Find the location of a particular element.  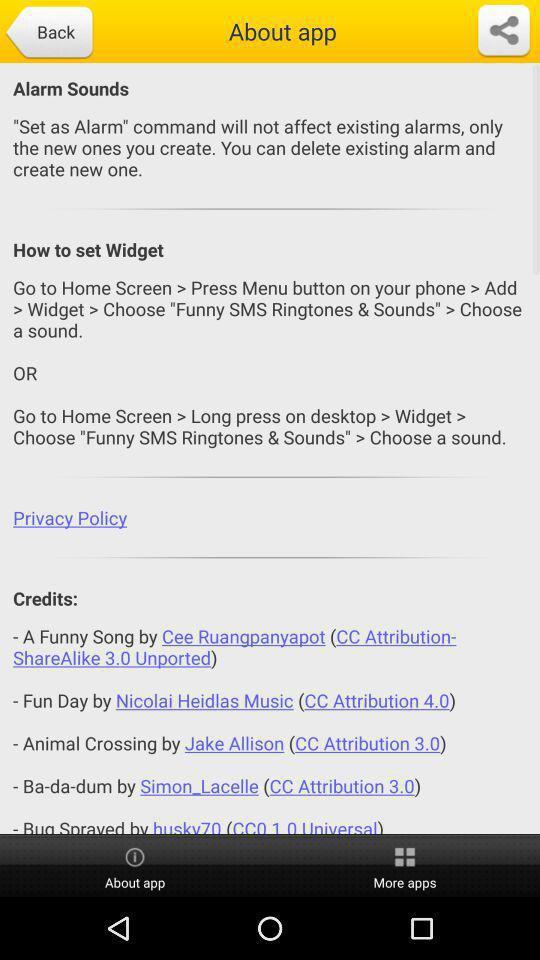

share about page is located at coordinates (502, 30).